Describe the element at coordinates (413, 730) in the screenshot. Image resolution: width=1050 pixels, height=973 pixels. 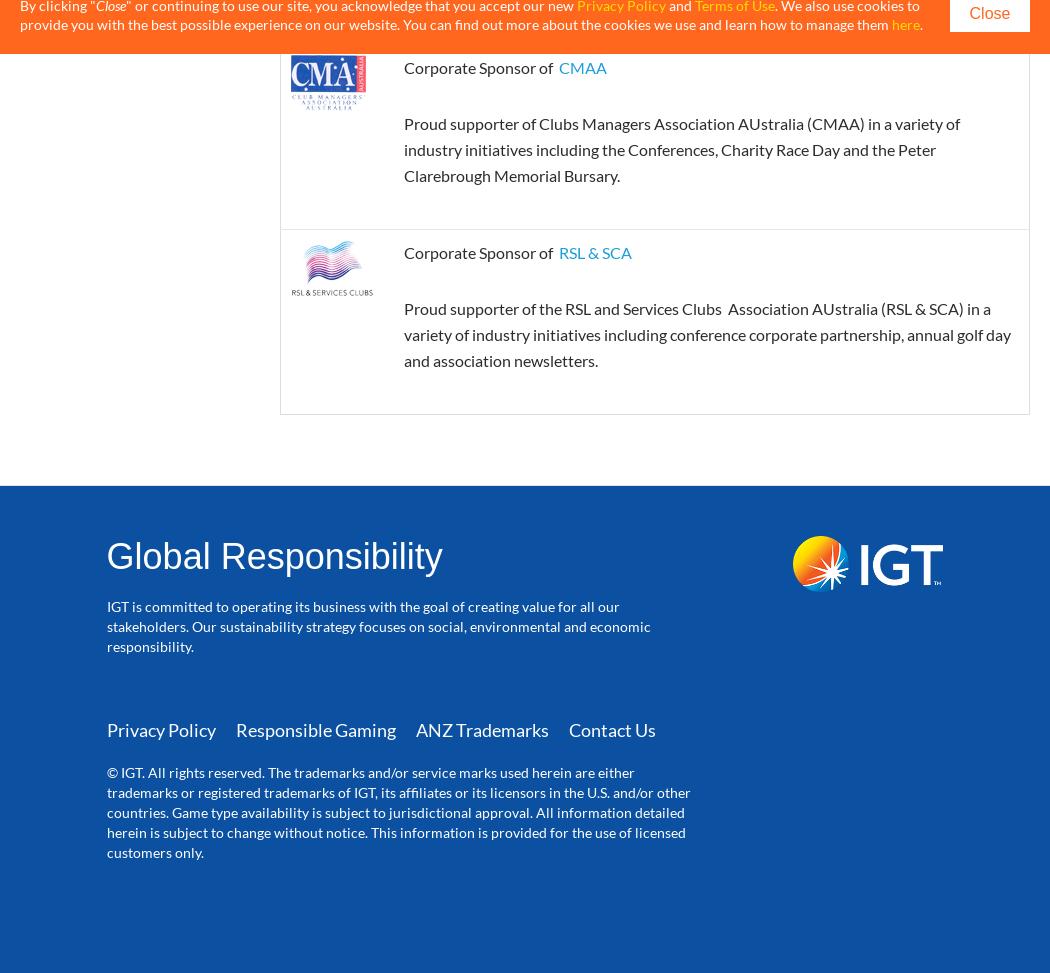
I see `'ANZ Trademarks'` at that location.